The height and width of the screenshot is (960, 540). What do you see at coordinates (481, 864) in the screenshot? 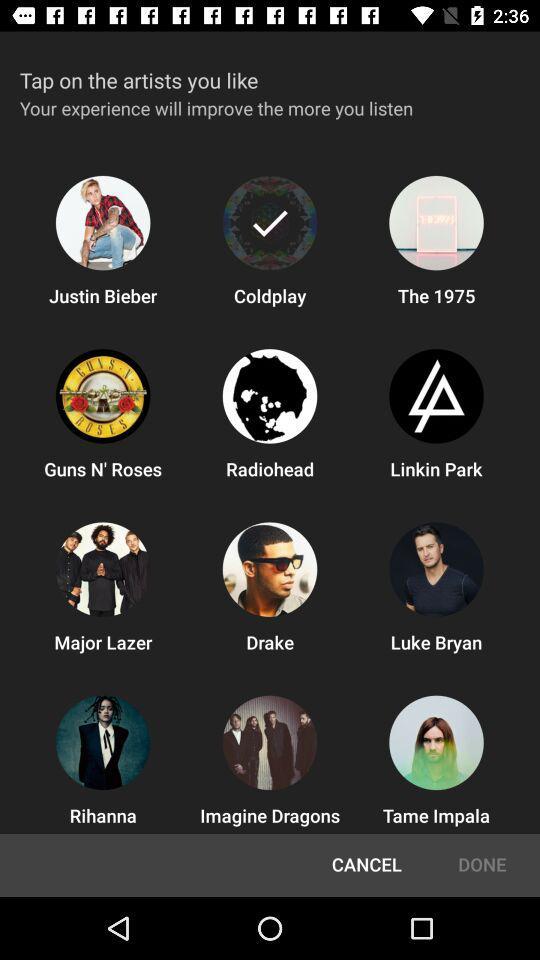
I see `the done item` at bounding box center [481, 864].